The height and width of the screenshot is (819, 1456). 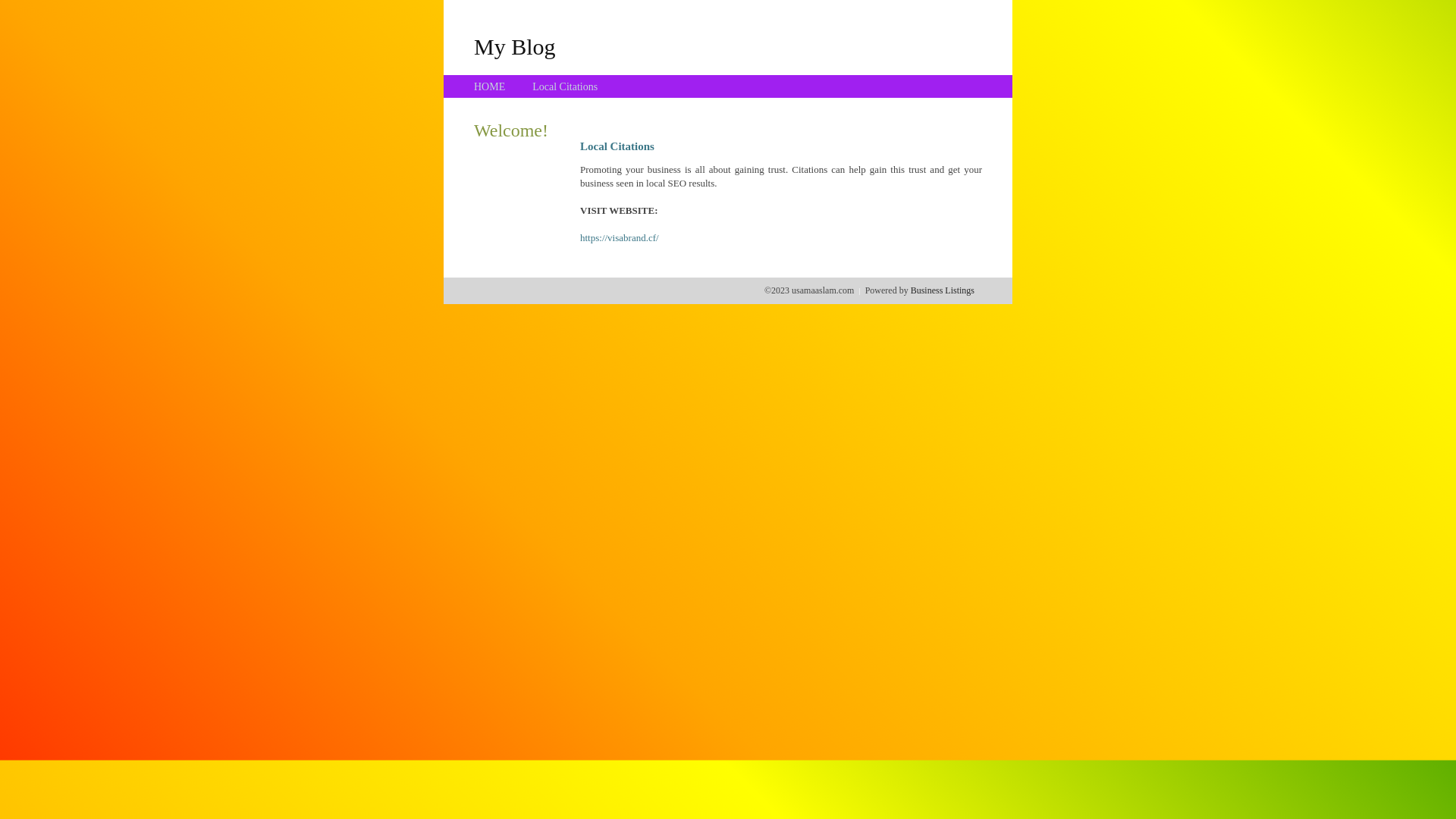 I want to click on 'https://visabrand.cf/', so click(x=619, y=237).